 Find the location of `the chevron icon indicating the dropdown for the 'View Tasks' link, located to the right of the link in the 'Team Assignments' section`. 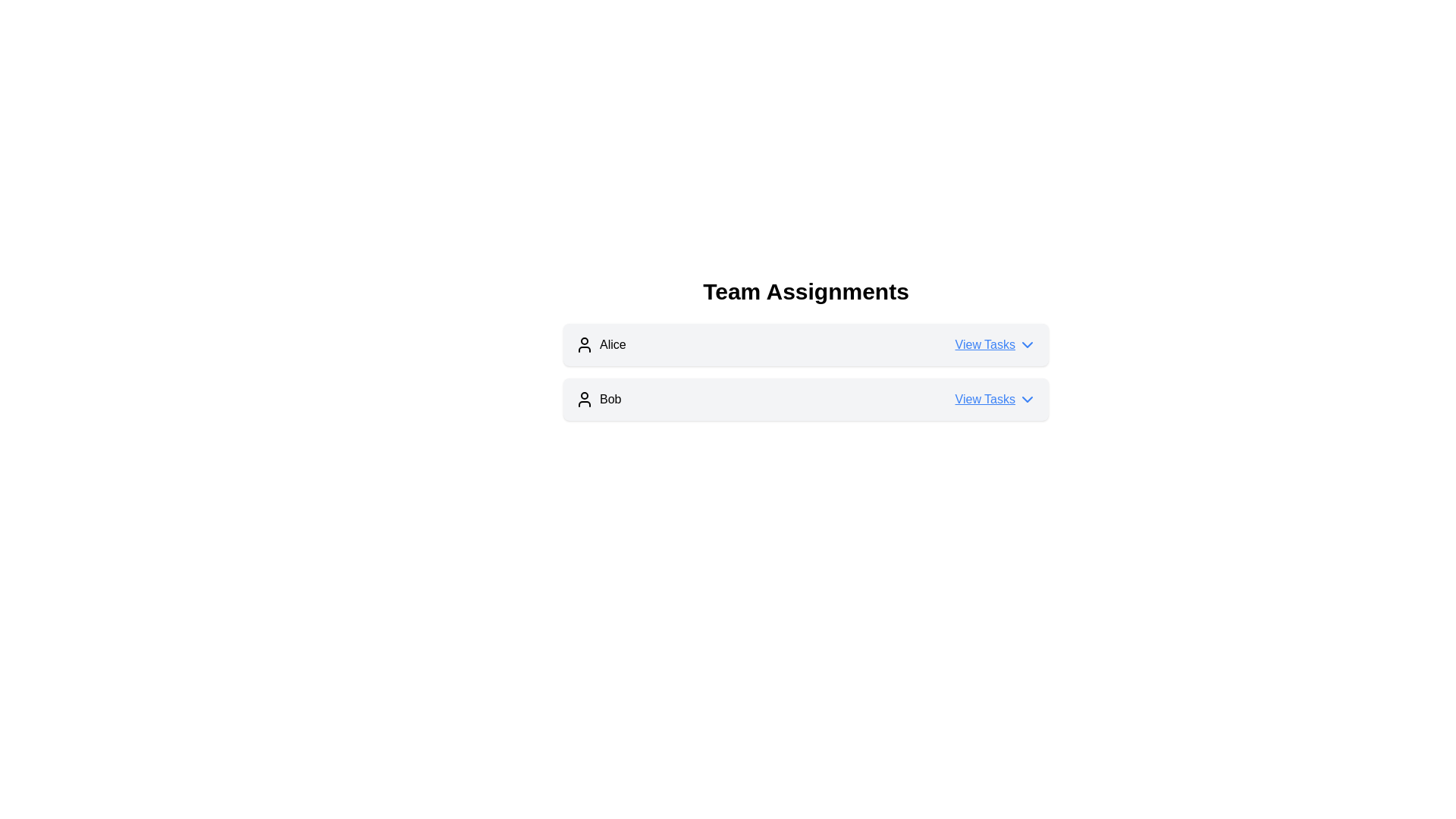

the chevron icon indicating the dropdown for the 'View Tasks' link, located to the right of the link in the 'Team Assignments' section is located at coordinates (1027, 399).